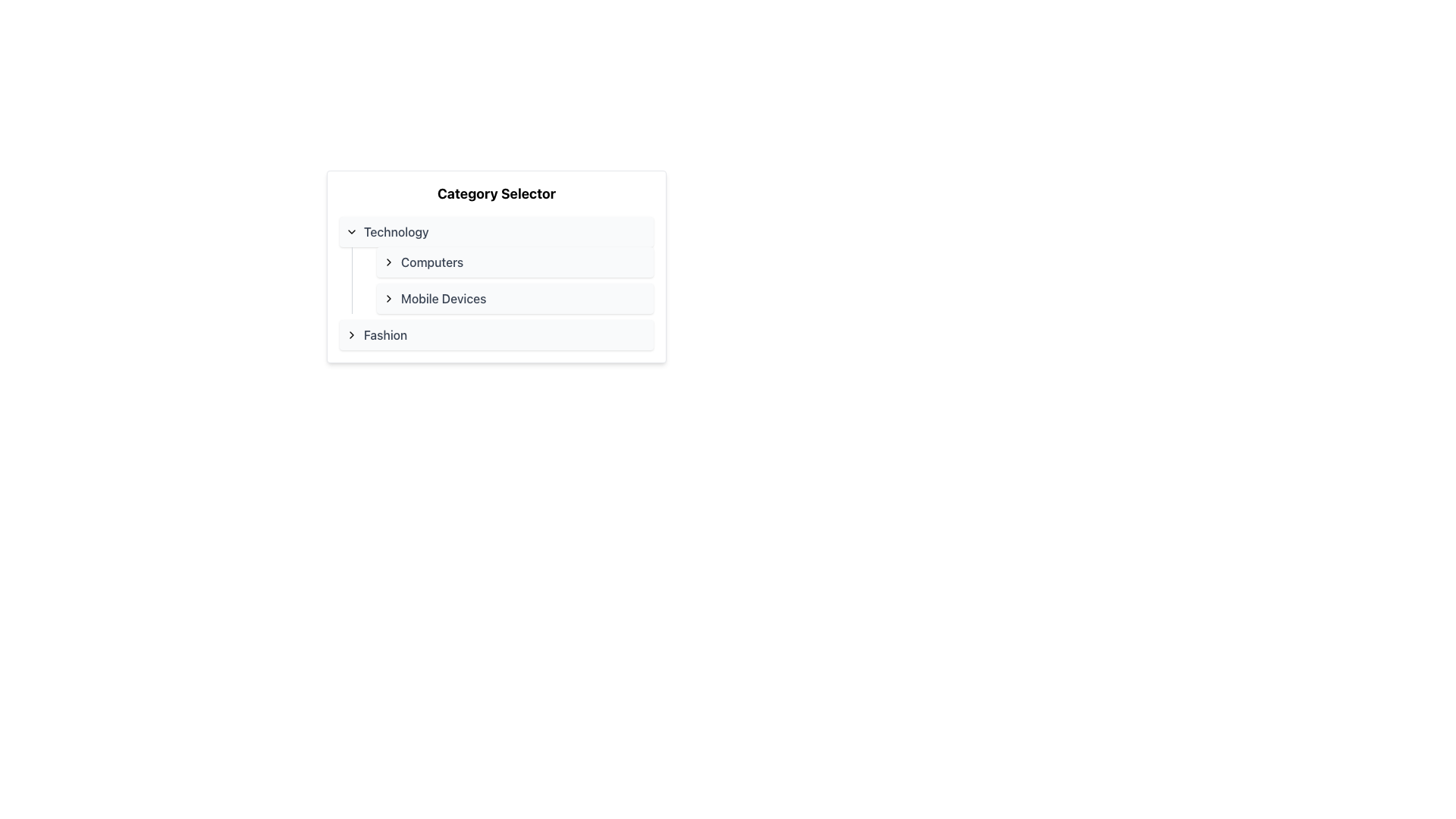 Image resolution: width=1456 pixels, height=819 pixels. Describe the element at coordinates (496, 334) in the screenshot. I see `the 'Fashion' category item in the Category Selector section` at that location.